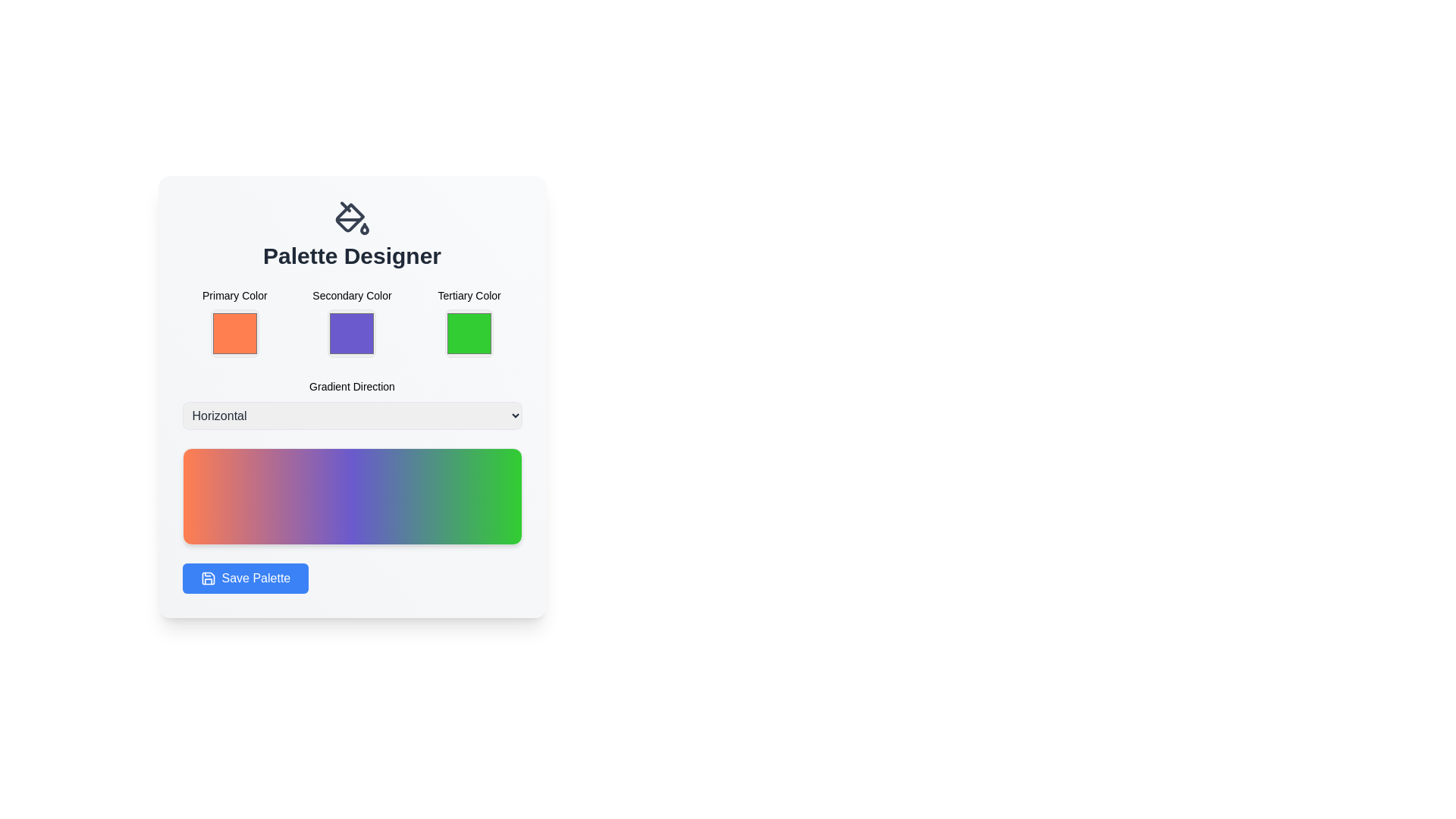  I want to click on the Header text for the Palette Designer, which is located at the top-center of the interface, beneath a paint bucket icon and above the color selection sections, so click(351, 234).